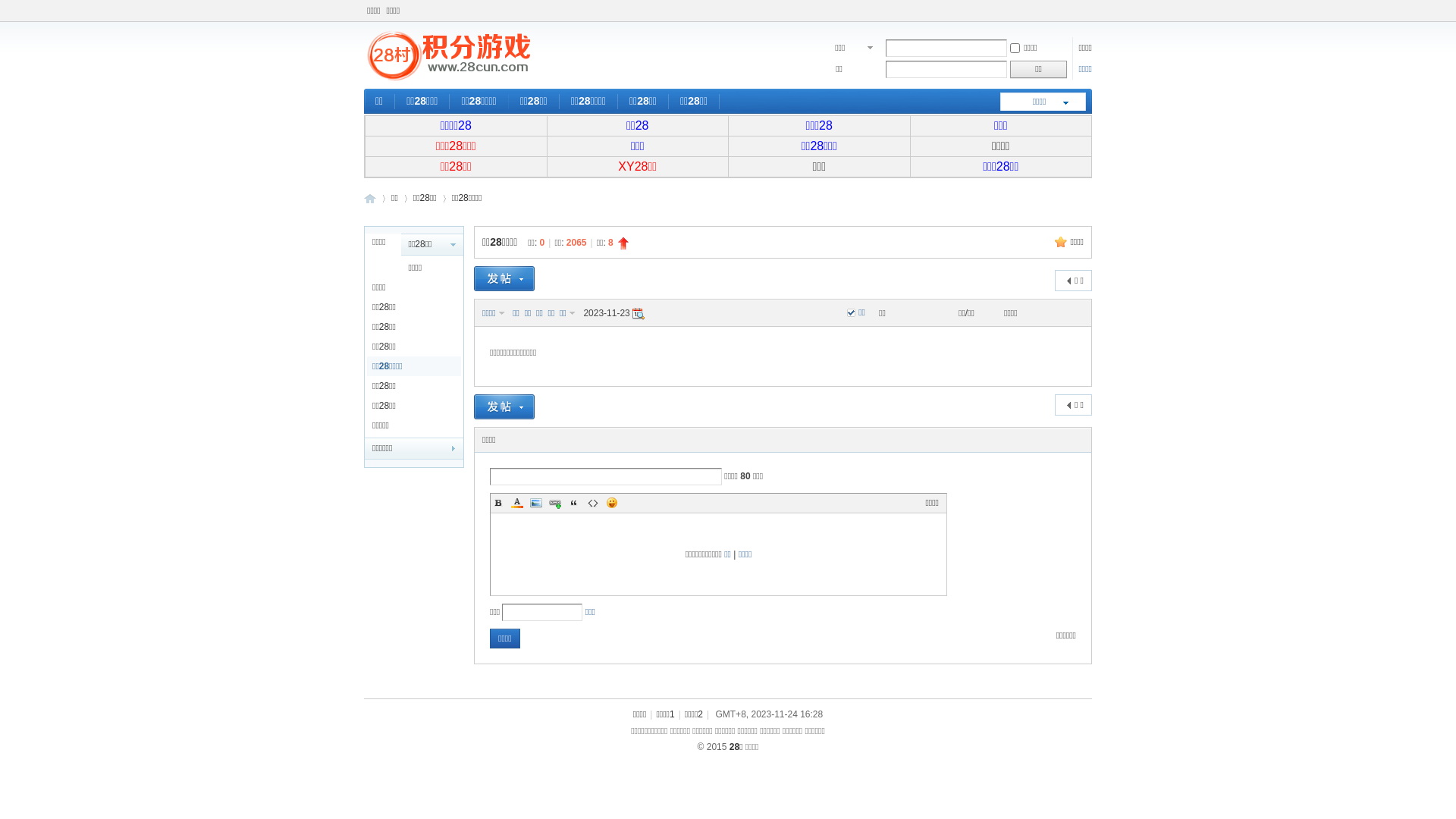 The image size is (1456, 819). Describe the element at coordinates (638, 312) in the screenshot. I see `'2023-11-23'` at that location.